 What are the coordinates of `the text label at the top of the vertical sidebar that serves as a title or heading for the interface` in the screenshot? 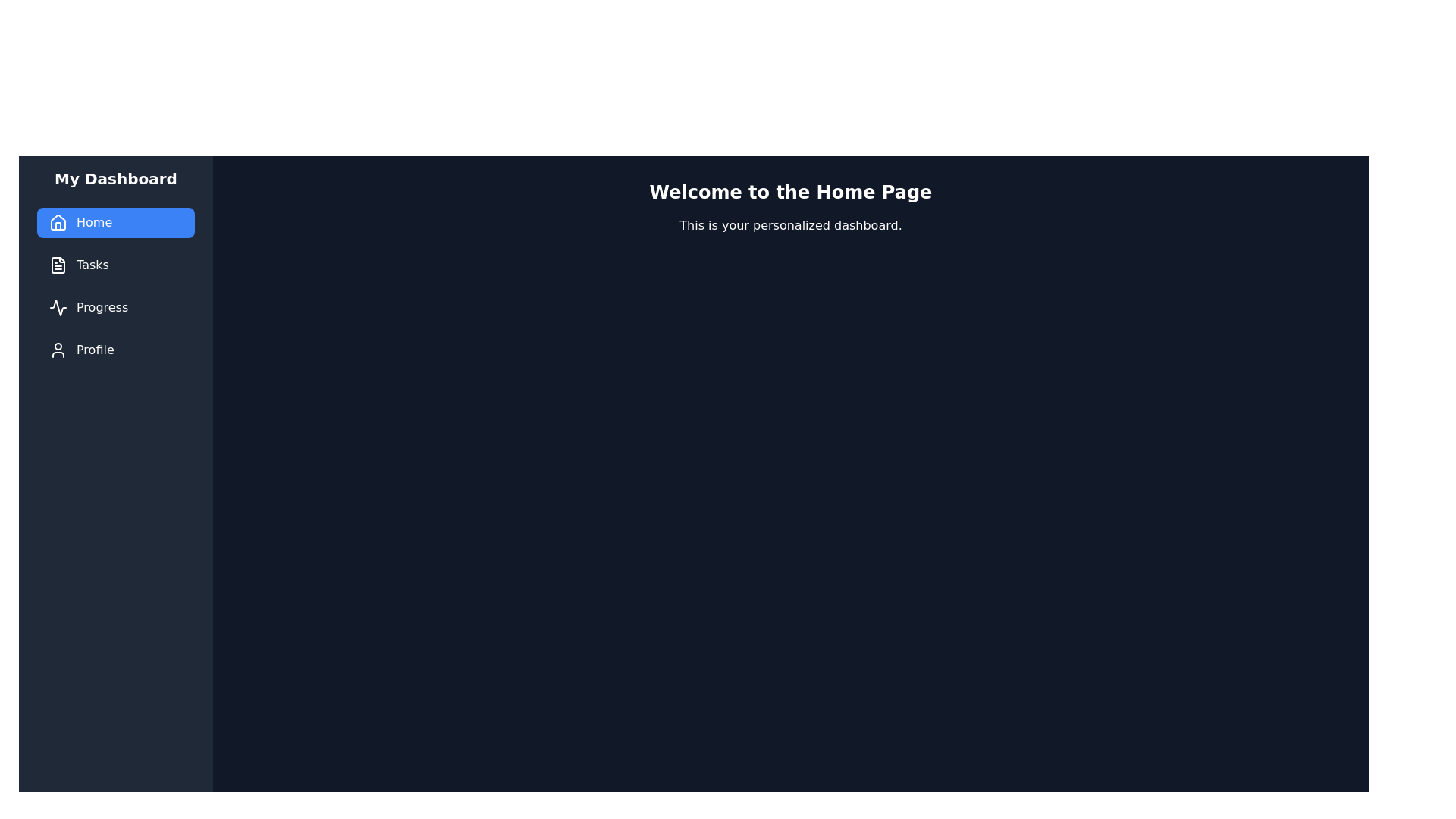 It's located at (115, 177).